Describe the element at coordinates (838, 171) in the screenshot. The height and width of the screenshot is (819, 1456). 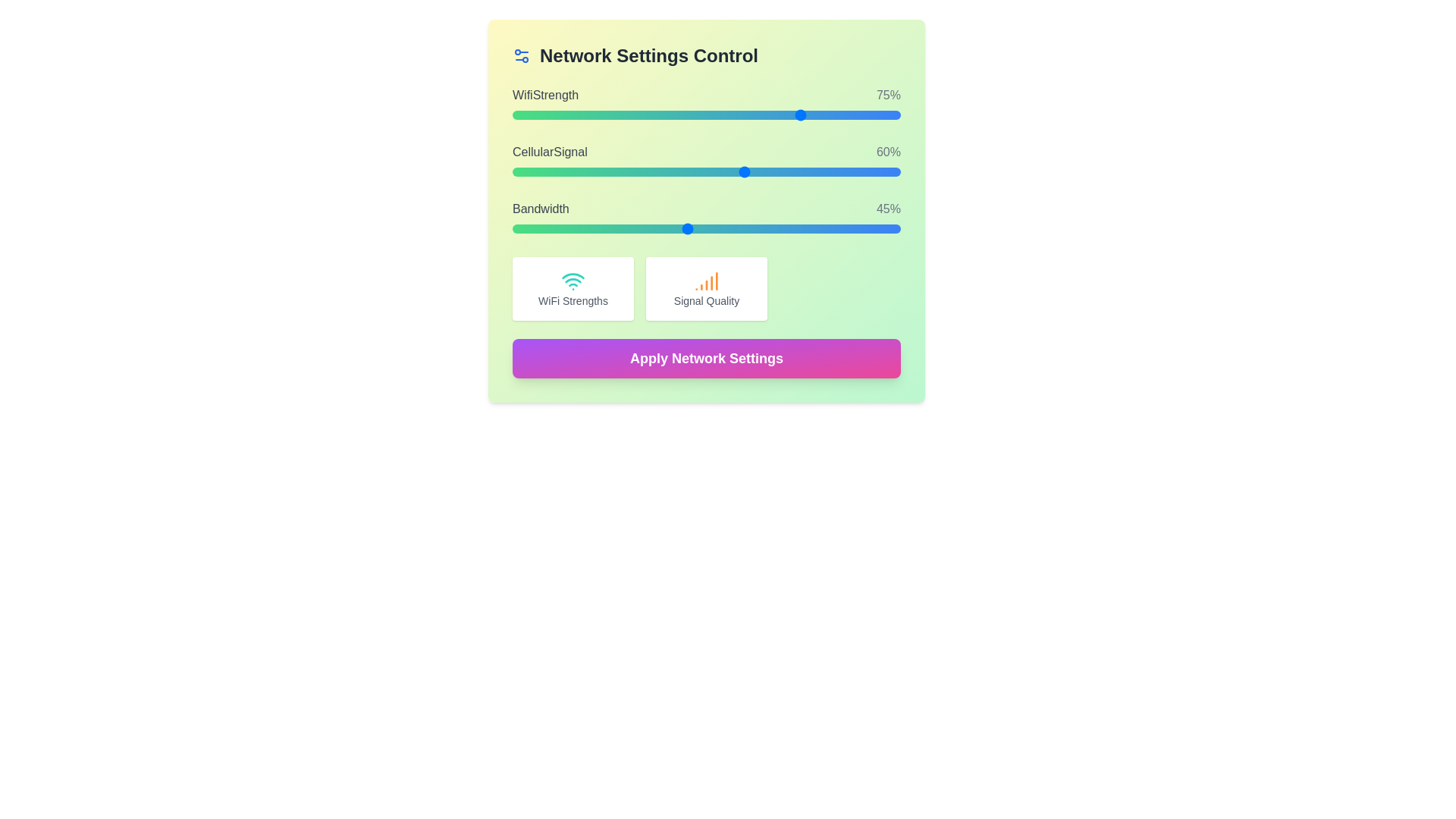
I see `the Cellular Signal slider` at that location.